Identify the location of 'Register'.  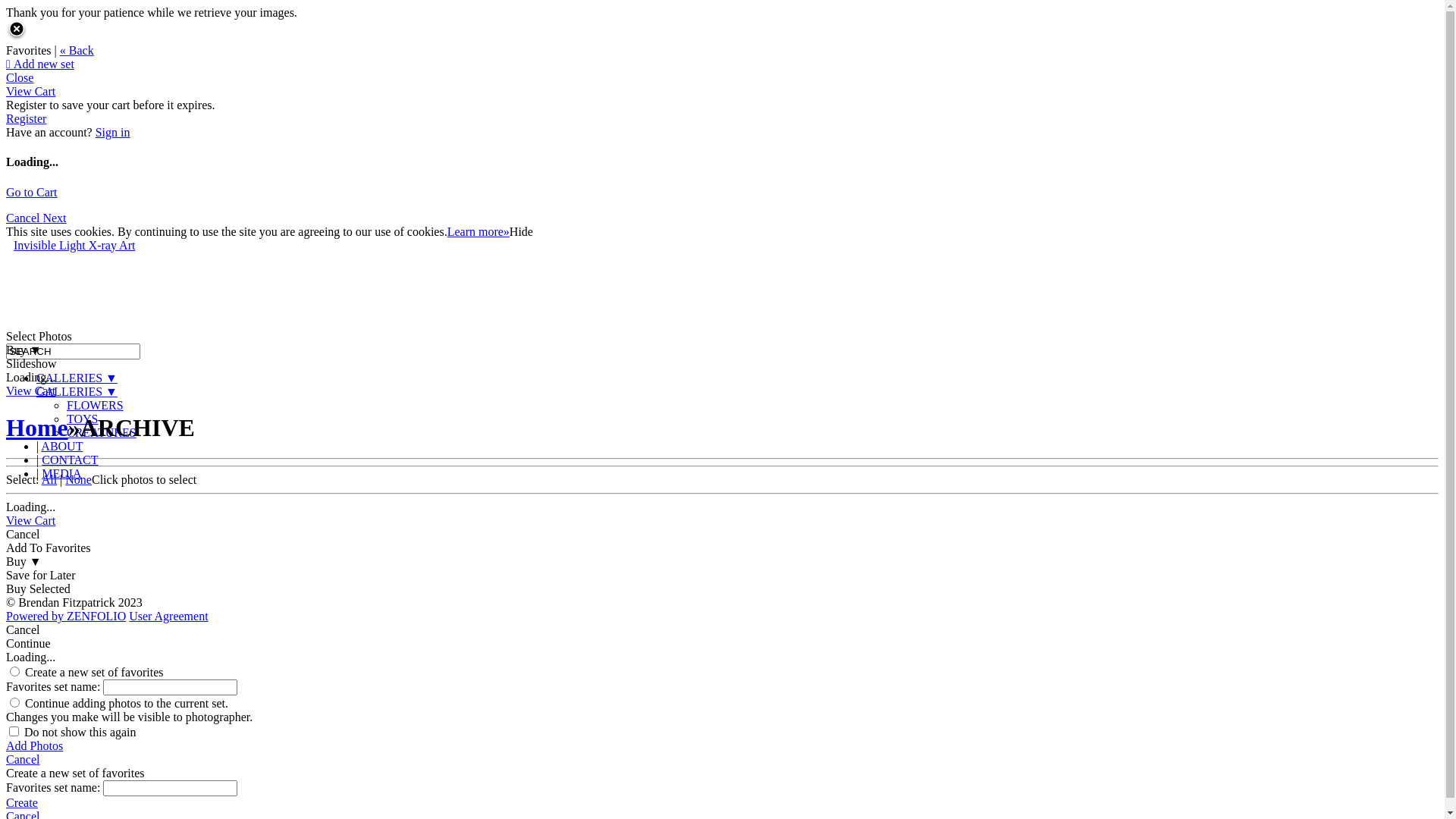
(26, 118).